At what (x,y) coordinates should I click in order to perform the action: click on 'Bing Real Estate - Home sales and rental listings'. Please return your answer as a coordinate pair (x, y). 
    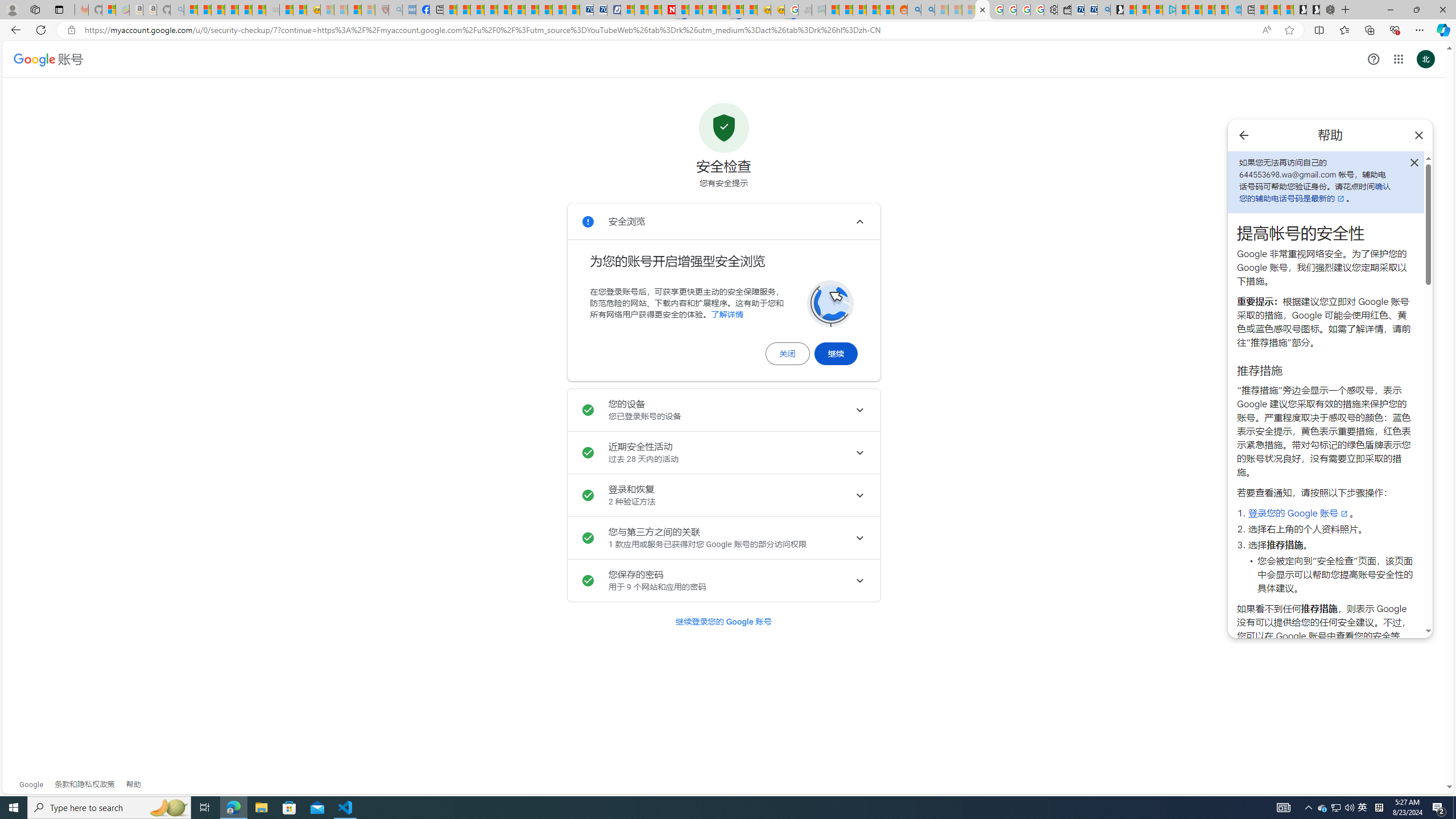
    Looking at the image, I should click on (1103, 9).